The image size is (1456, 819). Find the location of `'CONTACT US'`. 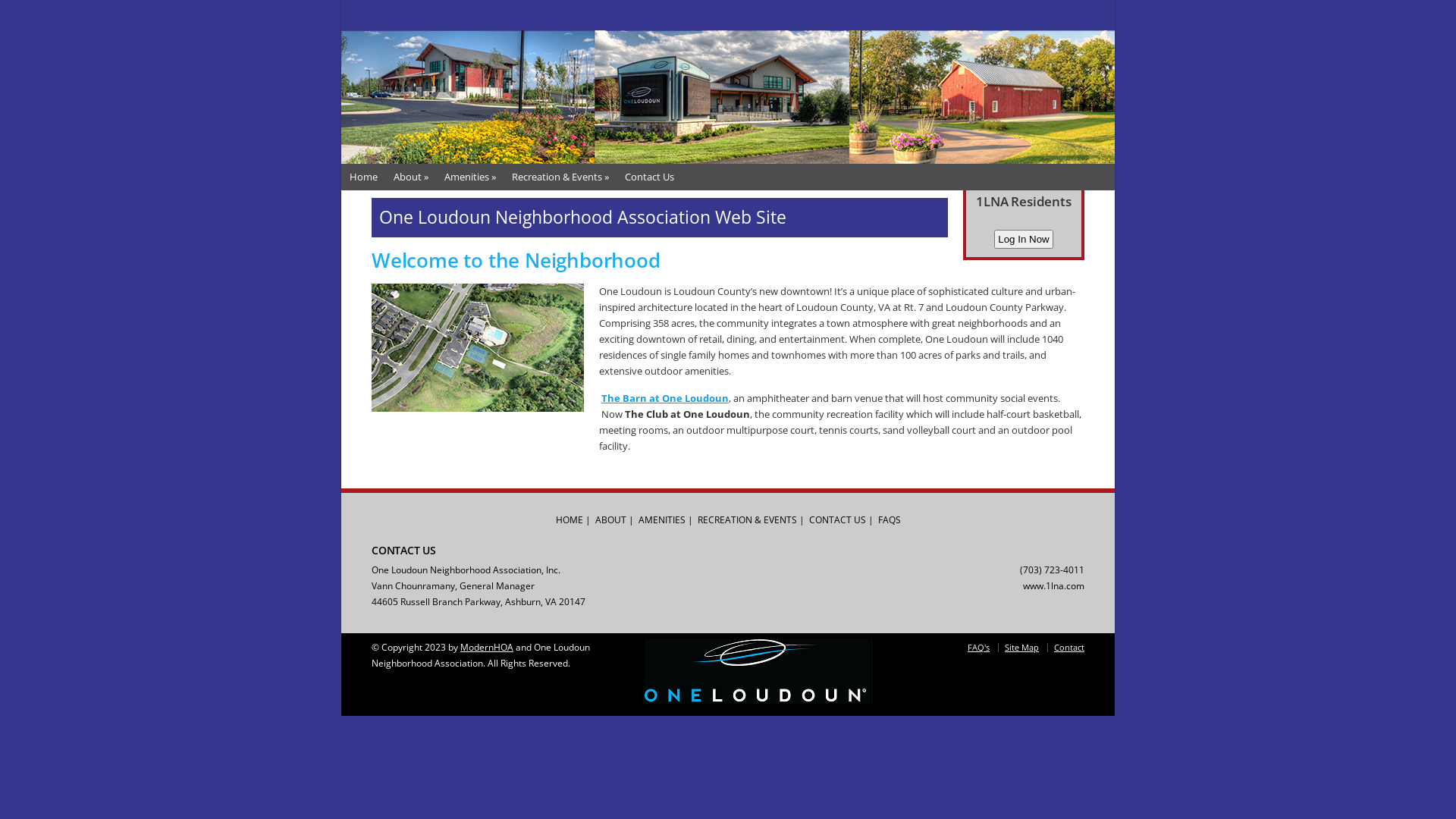

'CONTACT US' is located at coordinates (371, 550).